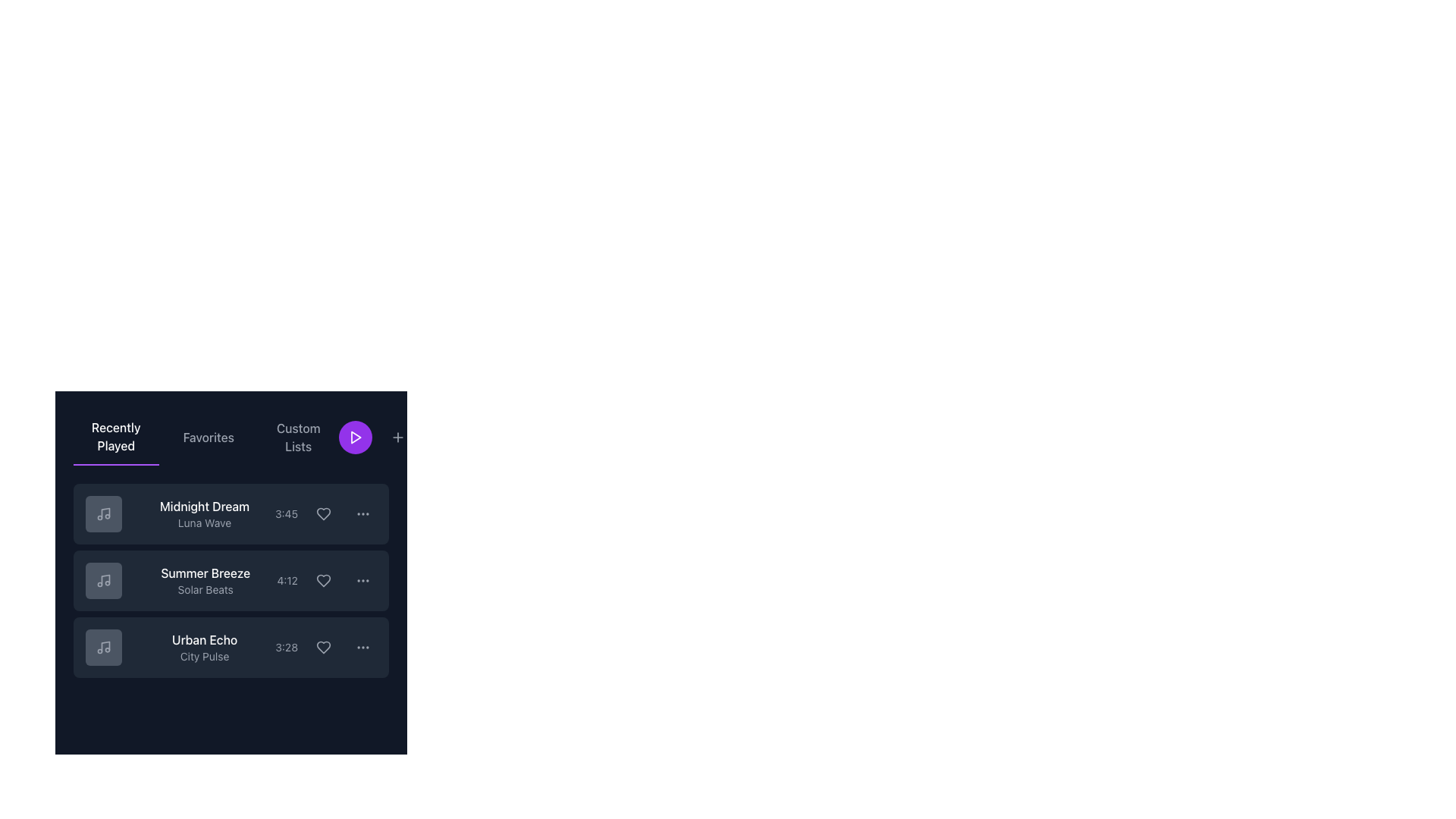  What do you see at coordinates (323, 580) in the screenshot?
I see `the heart-shaped icon button located to the right of the song title 'Summer Breeze' by Solar Beats to change its appearance` at bounding box center [323, 580].